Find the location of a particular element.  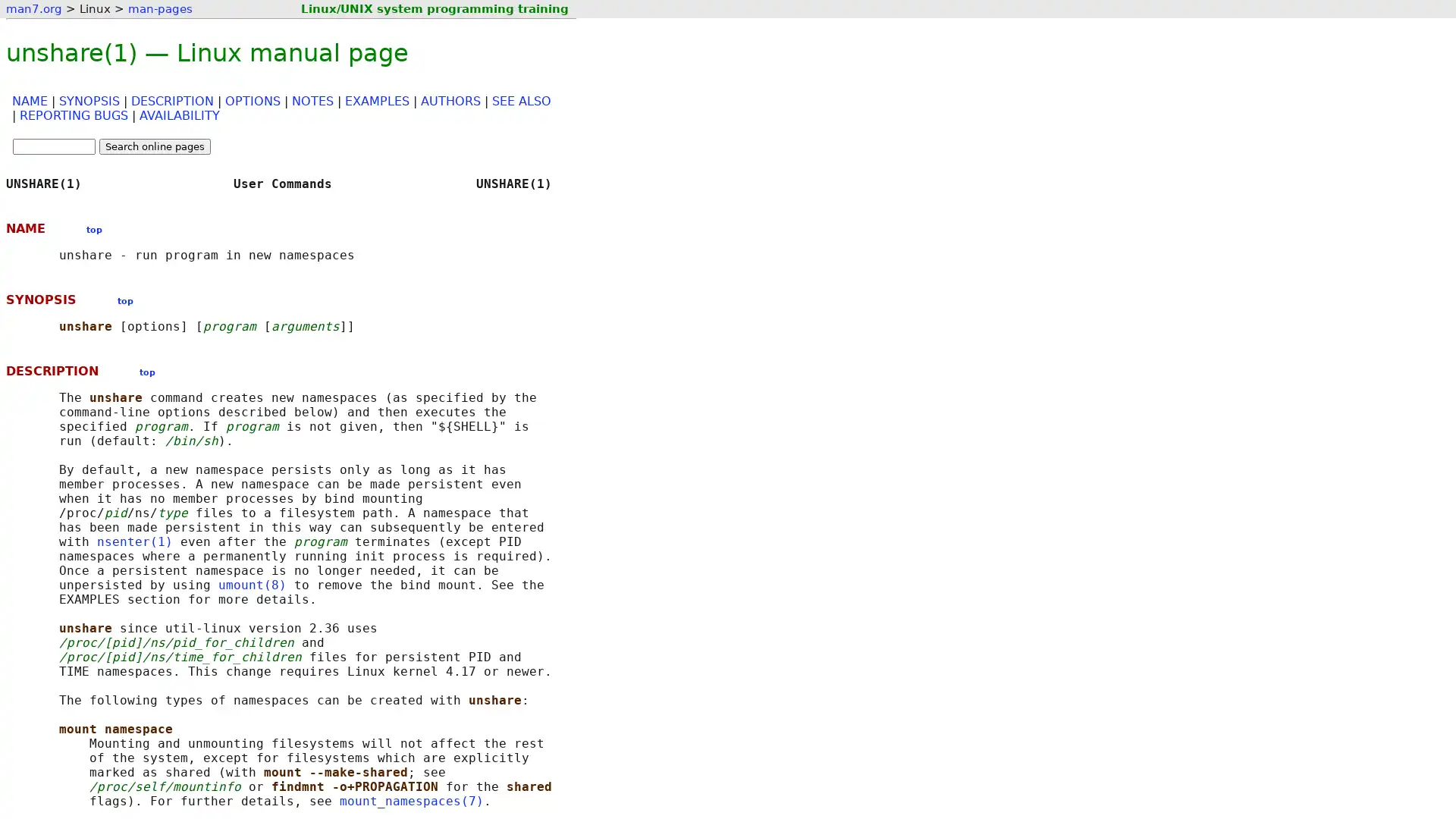

Search online pages is located at coordinates (155, 146).